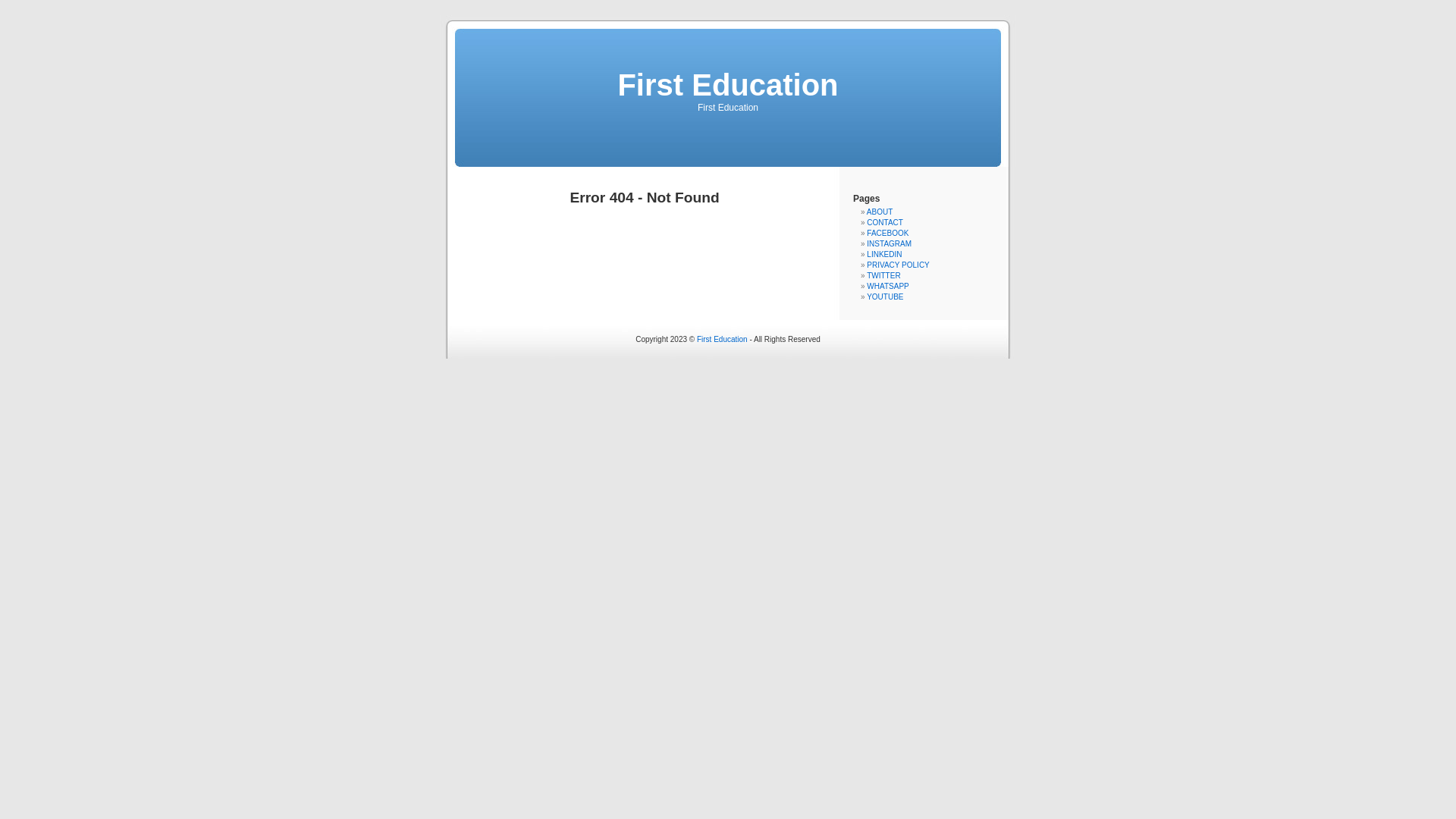 This screenshot has height=819, width=1456. Describe the element at coordinates (898, 264) in the screenshot. I see `'PRIVACY POLICY'` at that location.